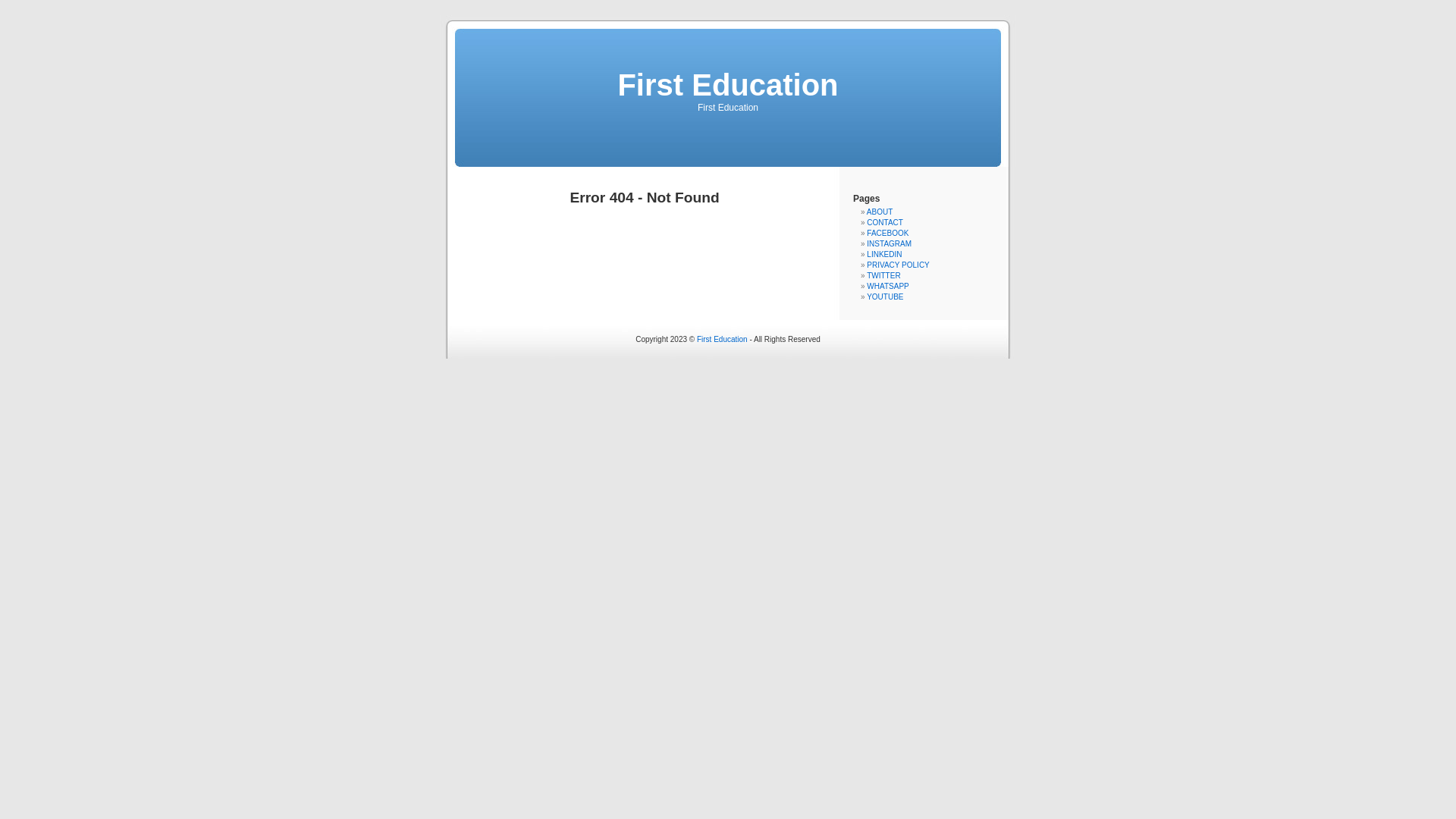 This screenshot has height=819, width=1456. Describe the element at coordinates (898, 264) in the screenshot. I see `'PRIVACY POLICY'` at that location.